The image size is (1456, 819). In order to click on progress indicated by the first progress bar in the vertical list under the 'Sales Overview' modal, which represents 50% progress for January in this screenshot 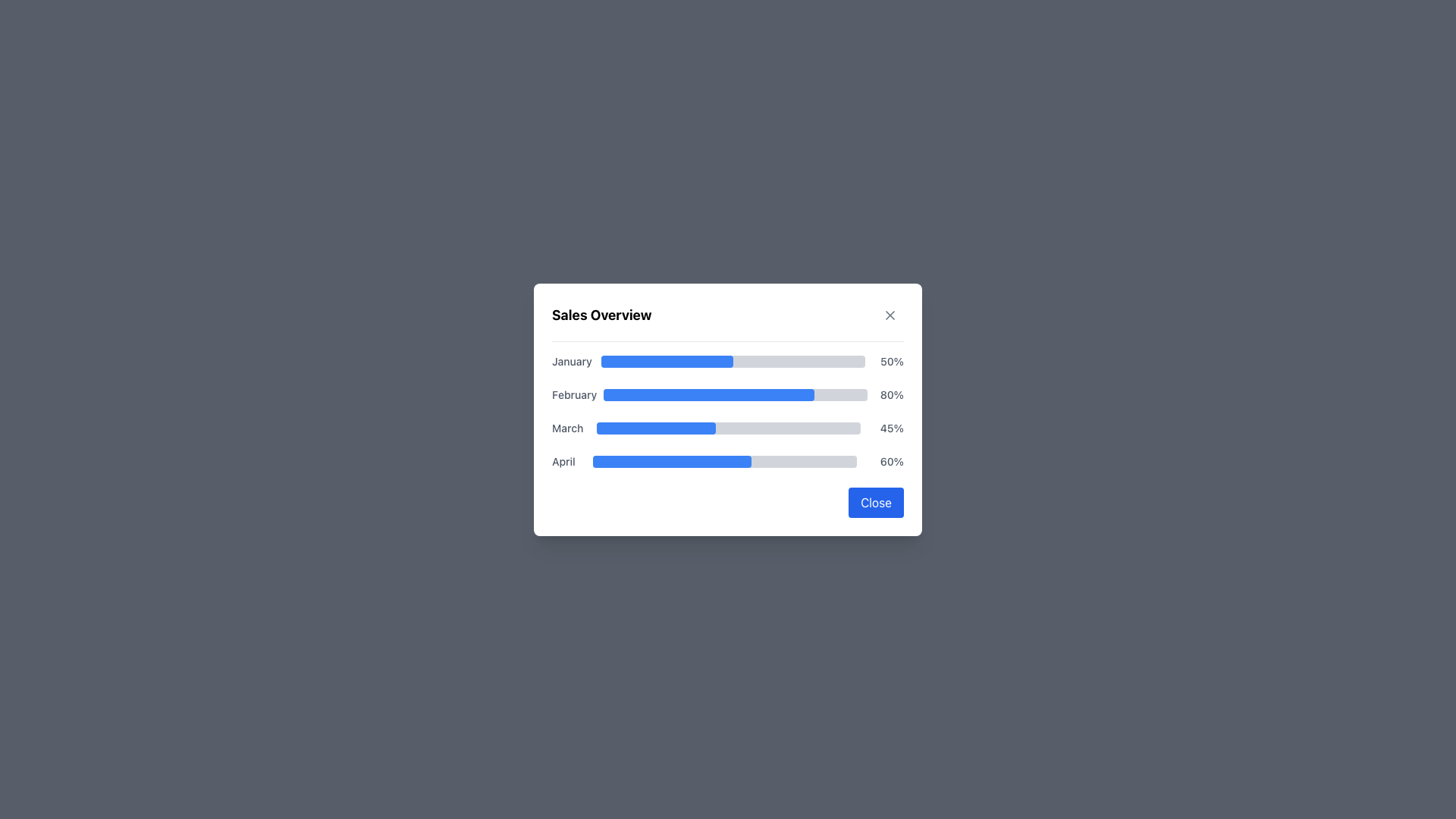, I will do `click(728, 361)`.